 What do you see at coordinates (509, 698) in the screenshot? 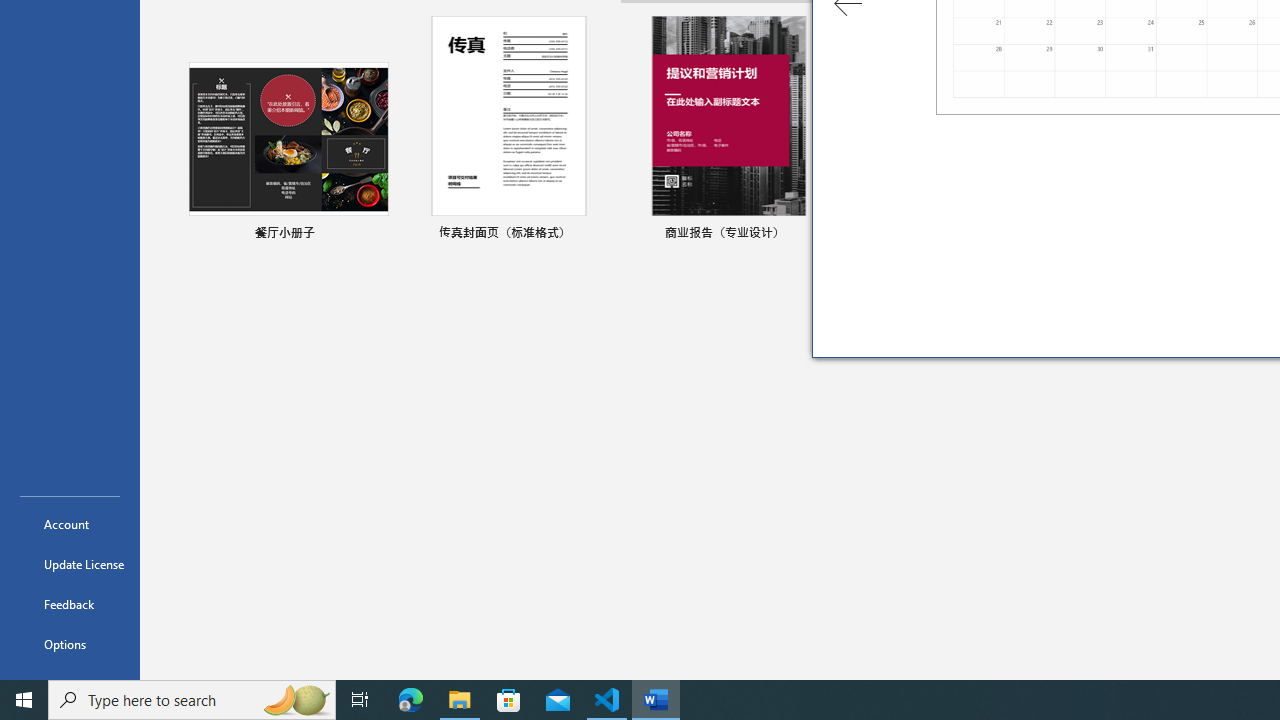
I see `'Microsoft Store'` at bounding box center [509, 698].